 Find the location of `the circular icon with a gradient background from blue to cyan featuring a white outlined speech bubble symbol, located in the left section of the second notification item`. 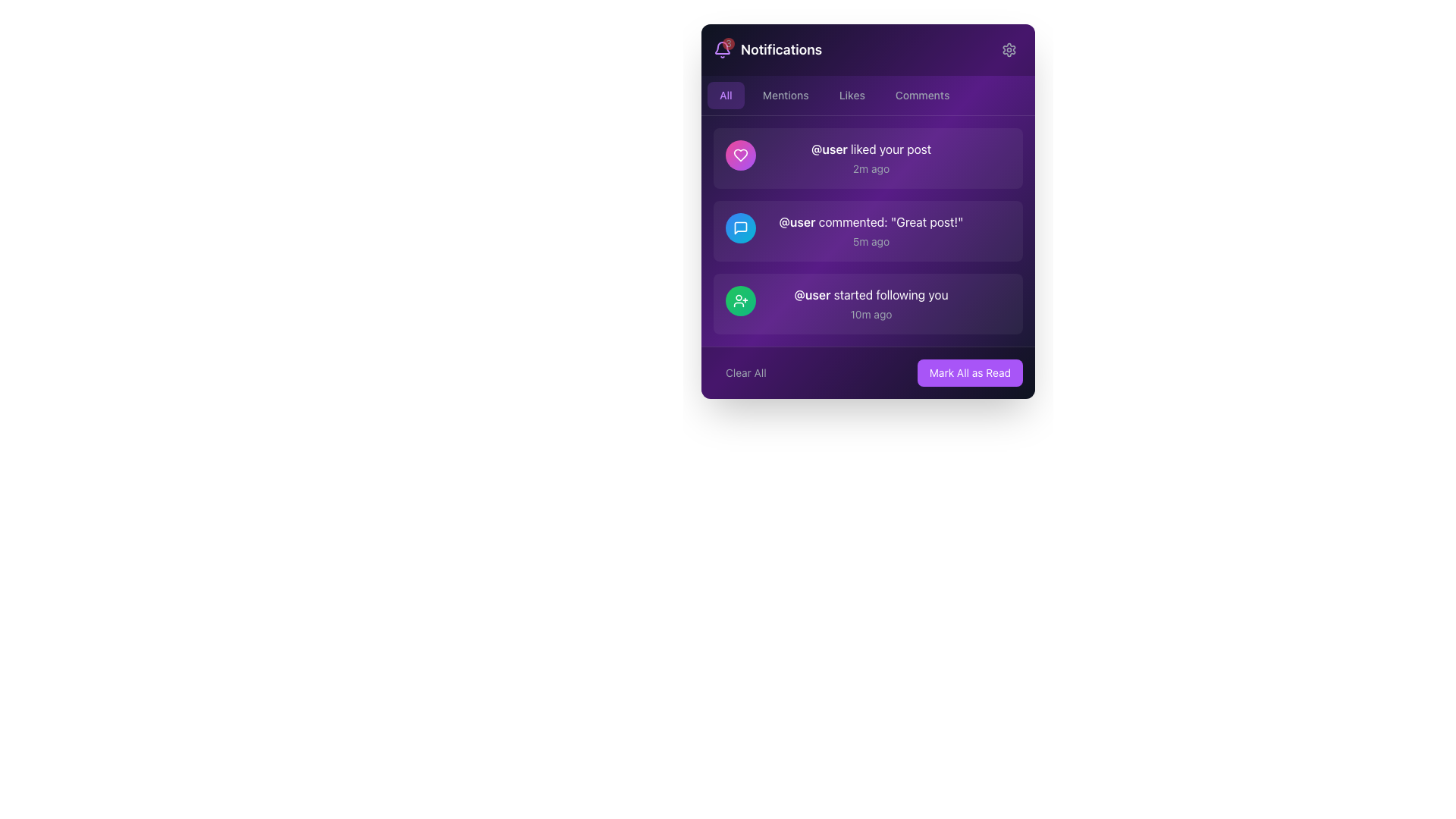

the circular icon with a gradient background from blue to cyan featuring a white outlined speech bubble symbol, located in the left section of the second notification item is located at coordinates (741, 227).